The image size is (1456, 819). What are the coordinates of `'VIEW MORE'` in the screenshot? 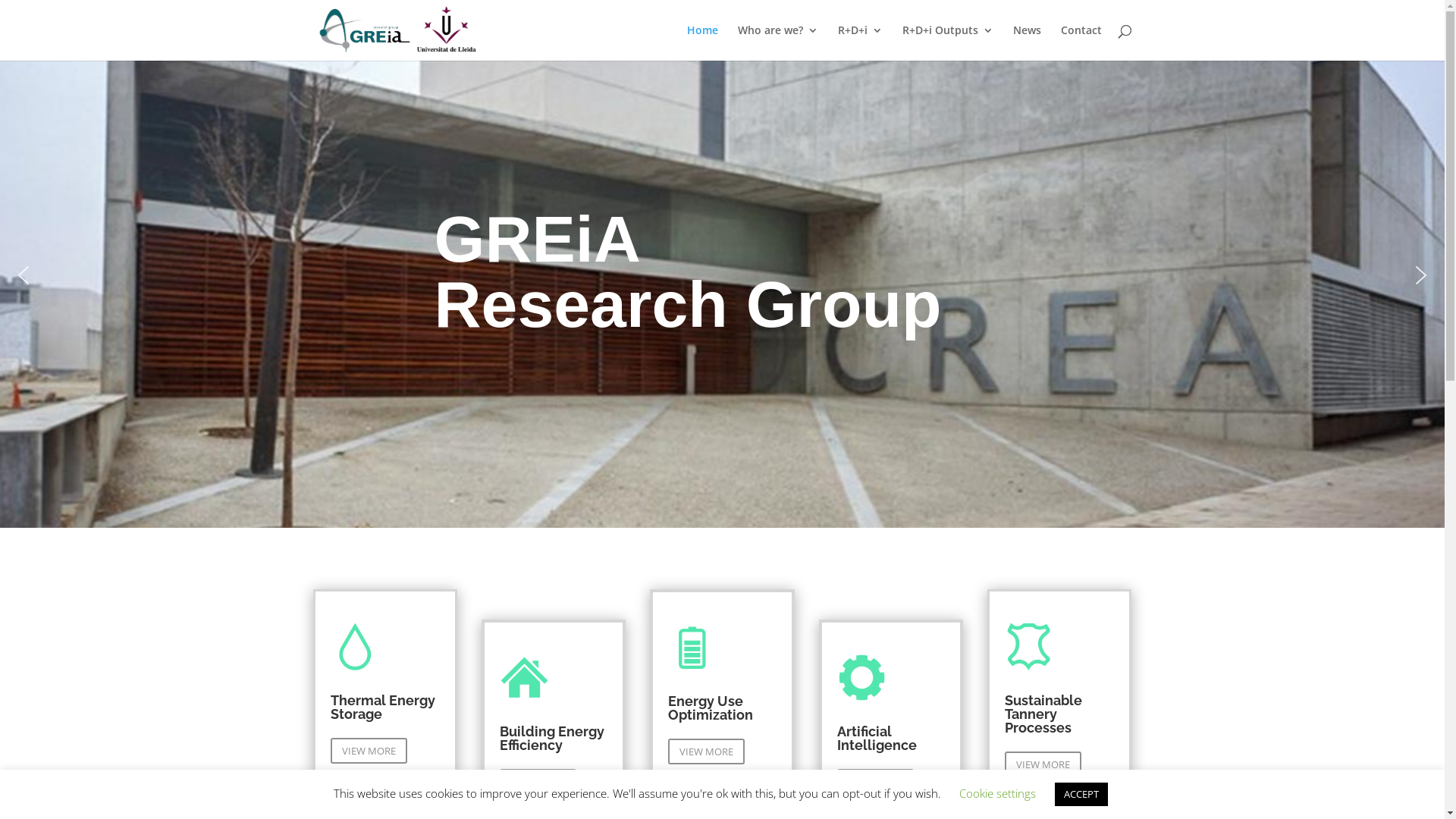 It's located at (499, 781).